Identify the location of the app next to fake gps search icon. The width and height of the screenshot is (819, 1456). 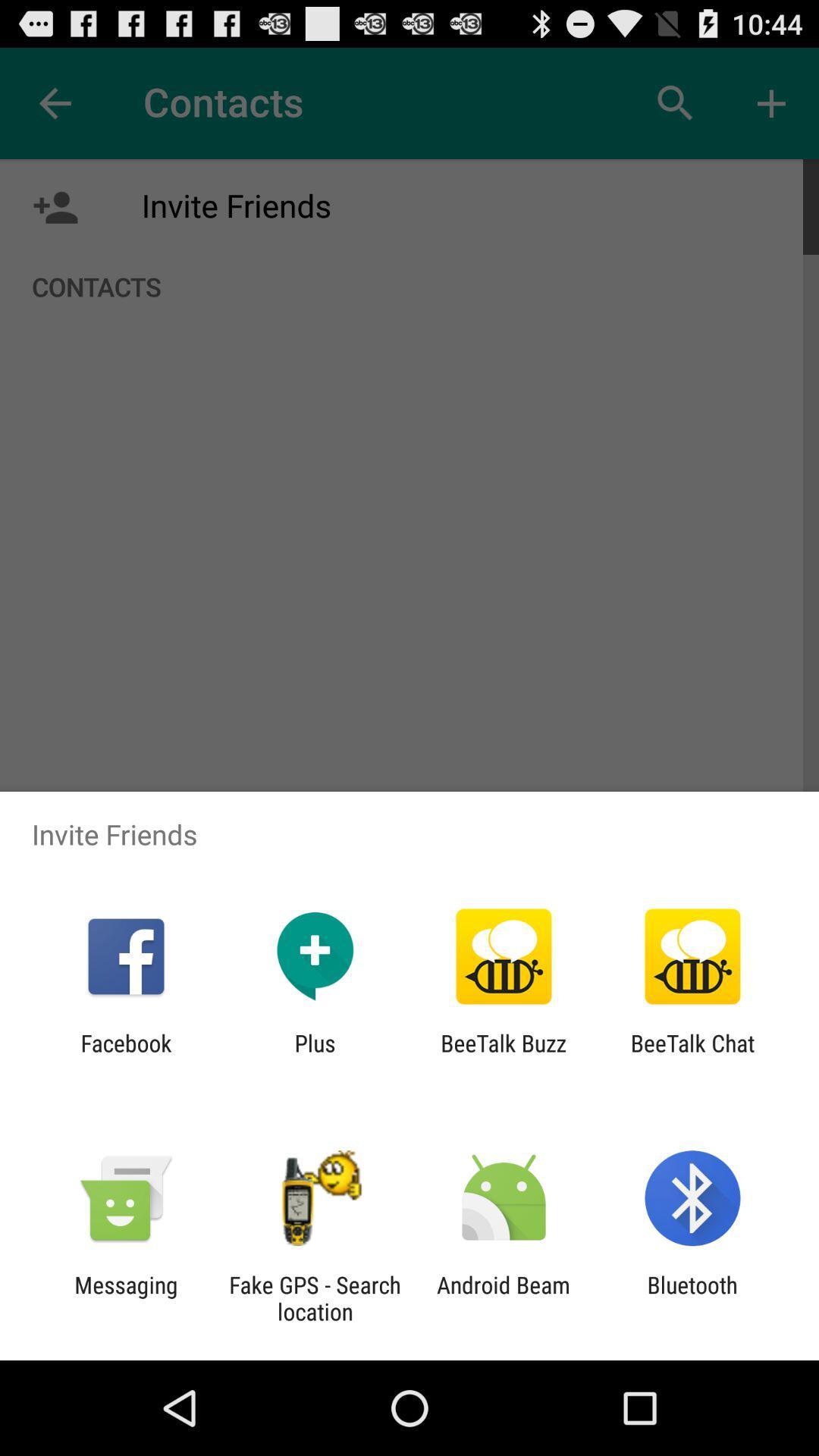
(504, 1298).